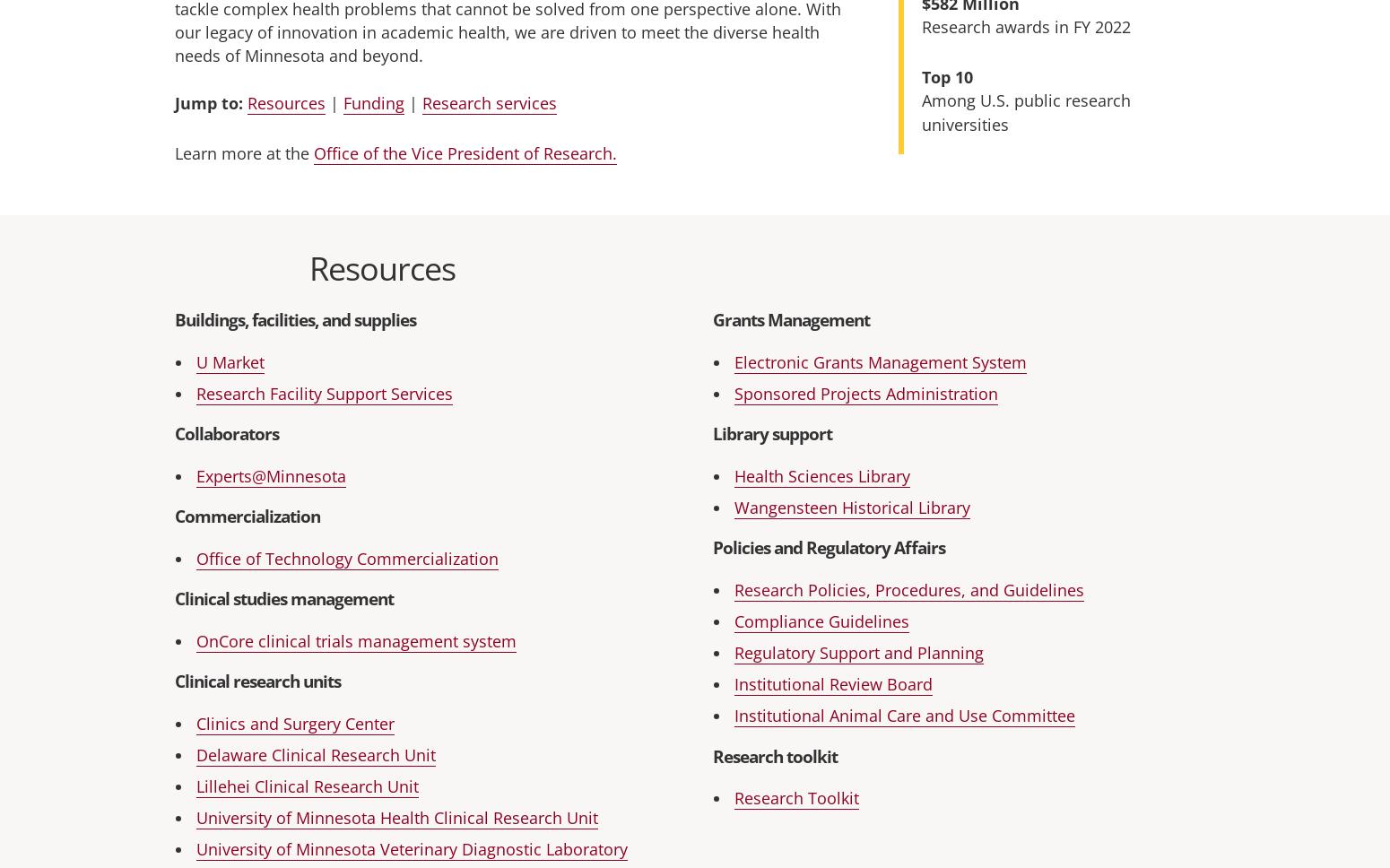 Image resolution: width=1390 pixels, height=868 pixels. I want to click on 'Institutional Animal Care and Use Committee', so click(905, 715).